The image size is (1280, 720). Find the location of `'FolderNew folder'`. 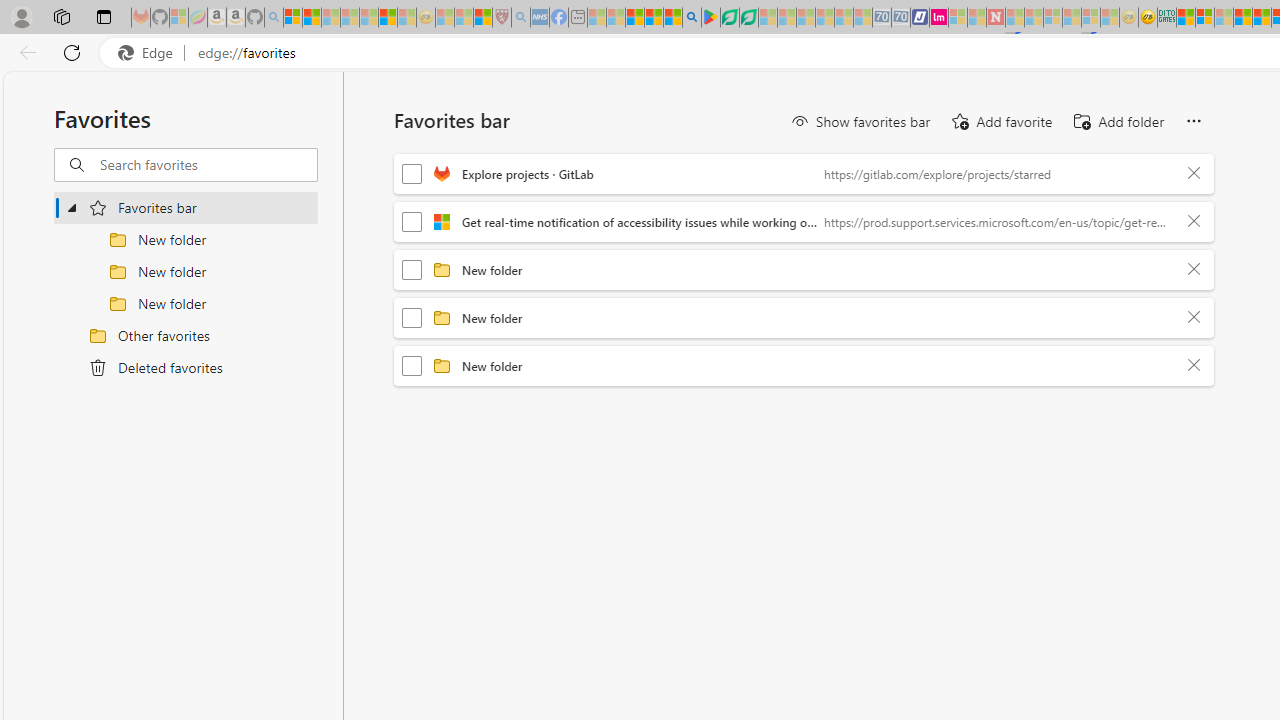

'FolderNew folder' is located at coordinates (803, 366).